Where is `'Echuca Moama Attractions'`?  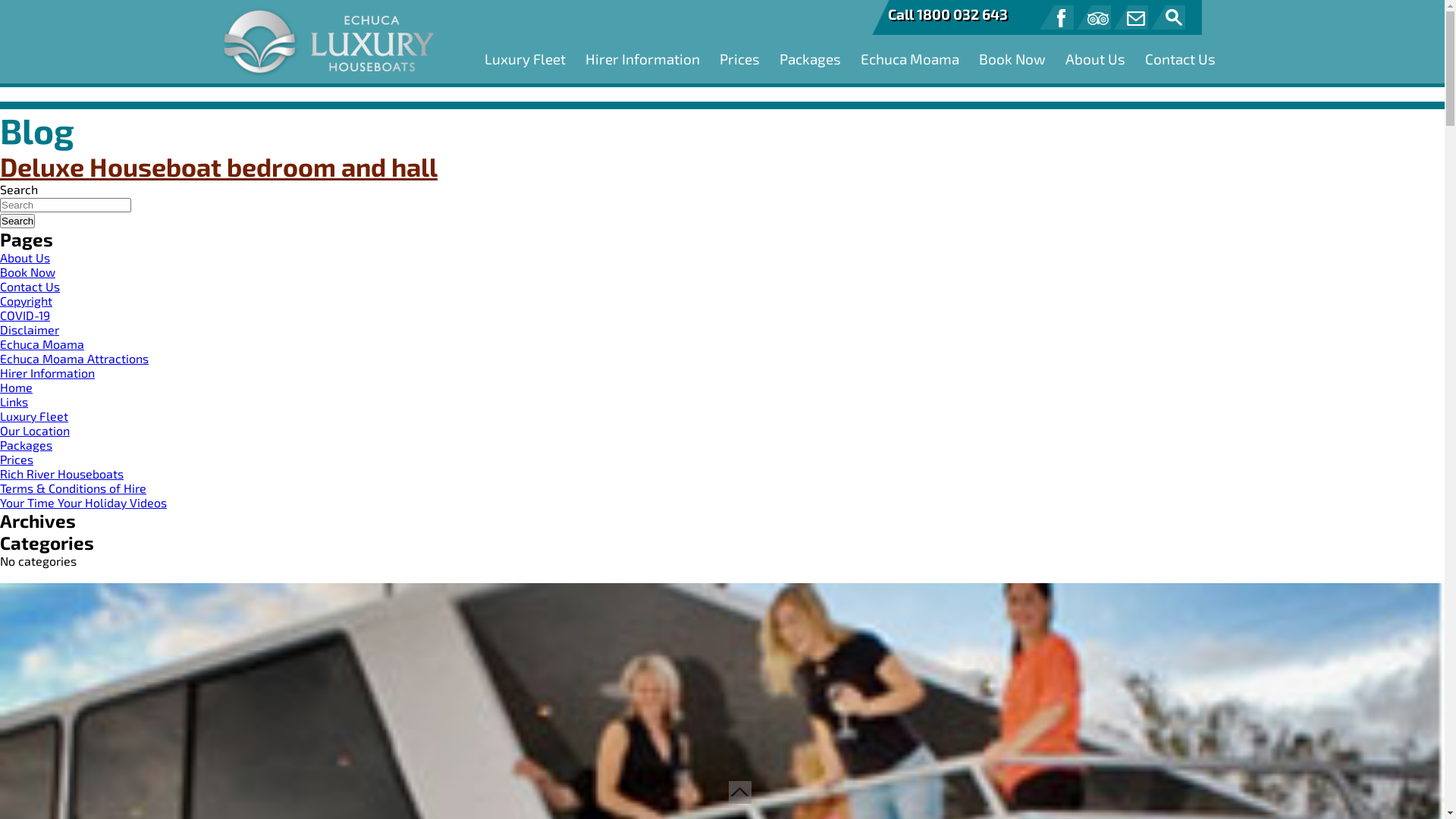
'Echuca Moama Attractions' is located at coordinates (73, 358).